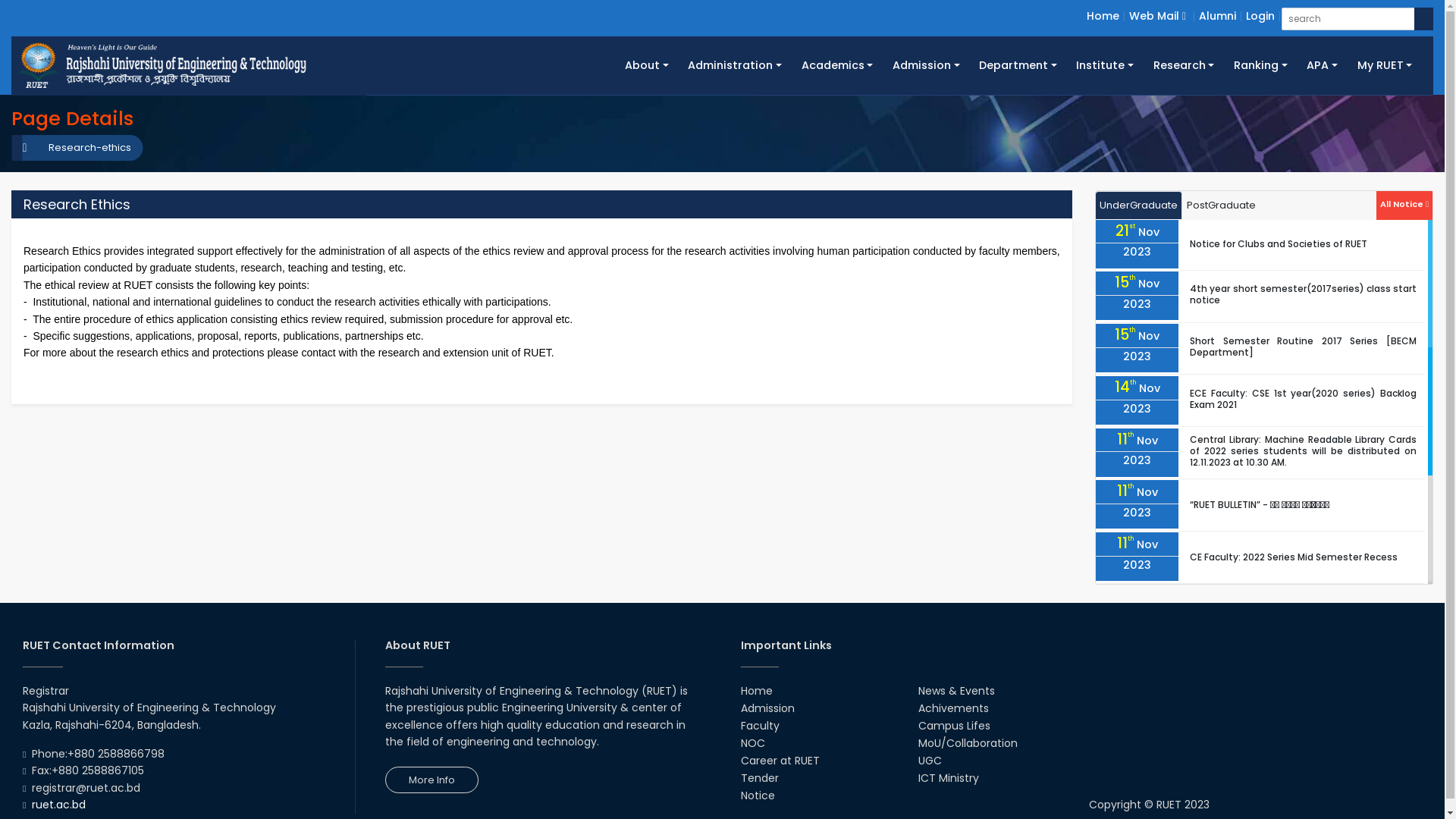  I want to click on 'PostGraduate', so click(1181, 206).